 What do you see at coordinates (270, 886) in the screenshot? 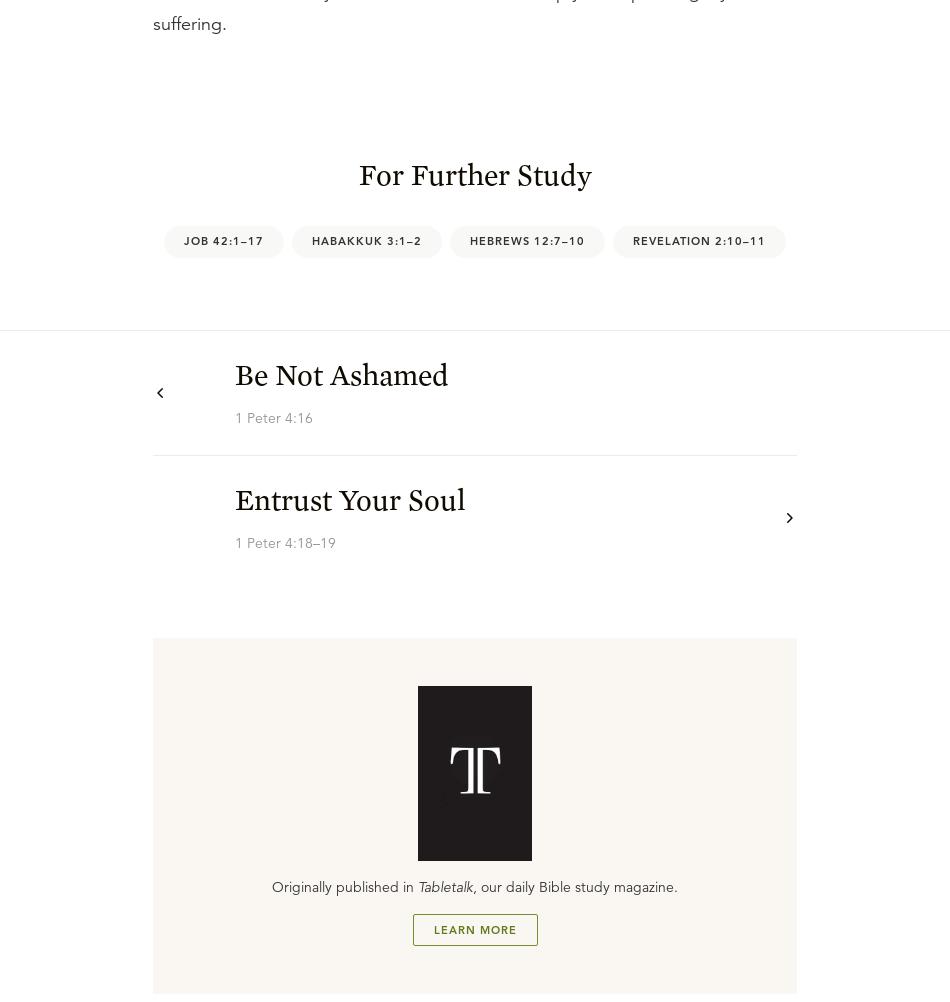
I see `'Originally published in'` at bounding box center [270, 886].